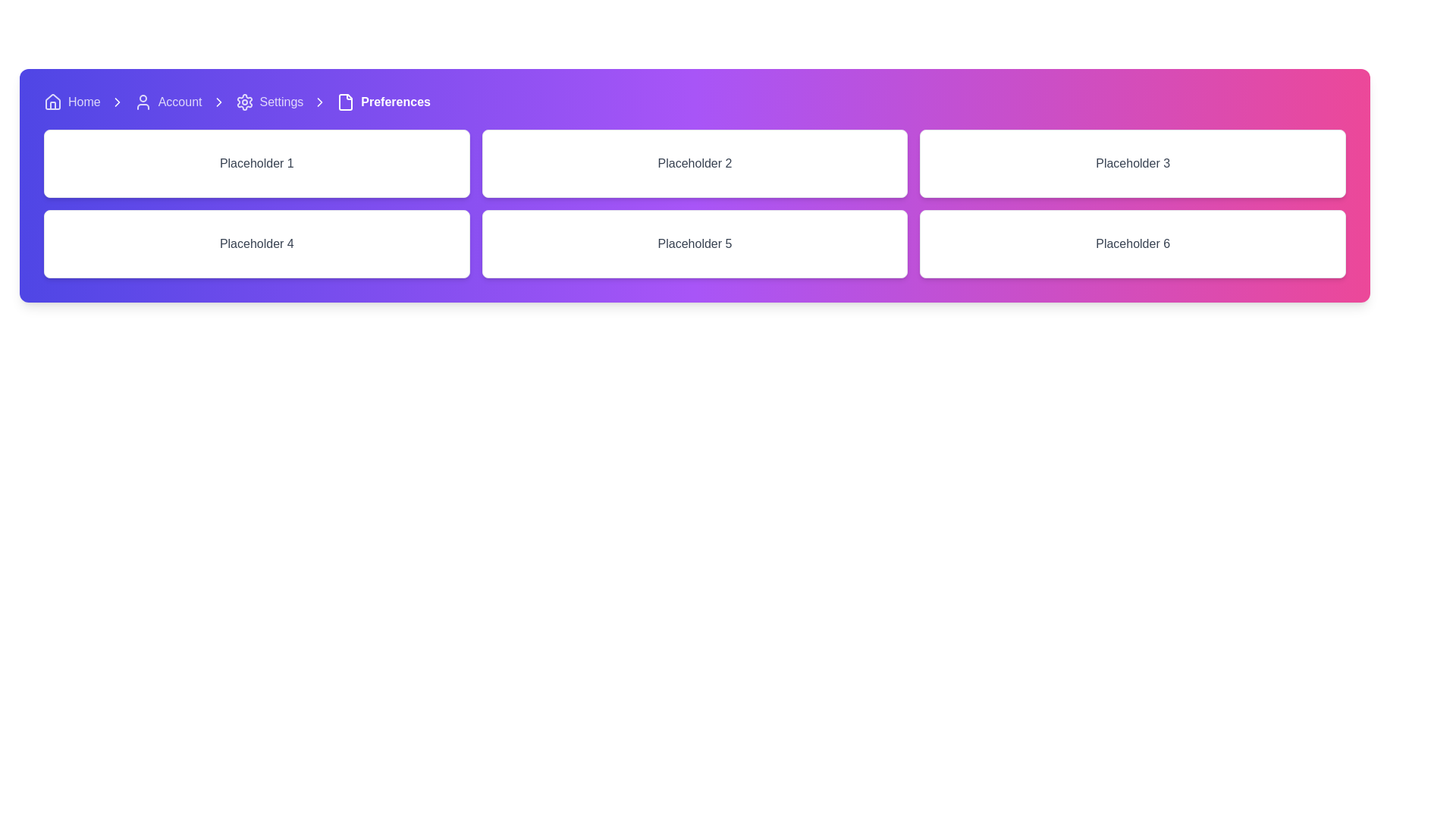 The width and height of the screenshot is (1456, 819). What do you see at coordinates (1133, 243) in the screenshot?
I see `the static card element with rounded corners and gray text reading 'Placeholder 6', located in the bottom-right corner of the grid layout` at bounding box center [1133, 243].